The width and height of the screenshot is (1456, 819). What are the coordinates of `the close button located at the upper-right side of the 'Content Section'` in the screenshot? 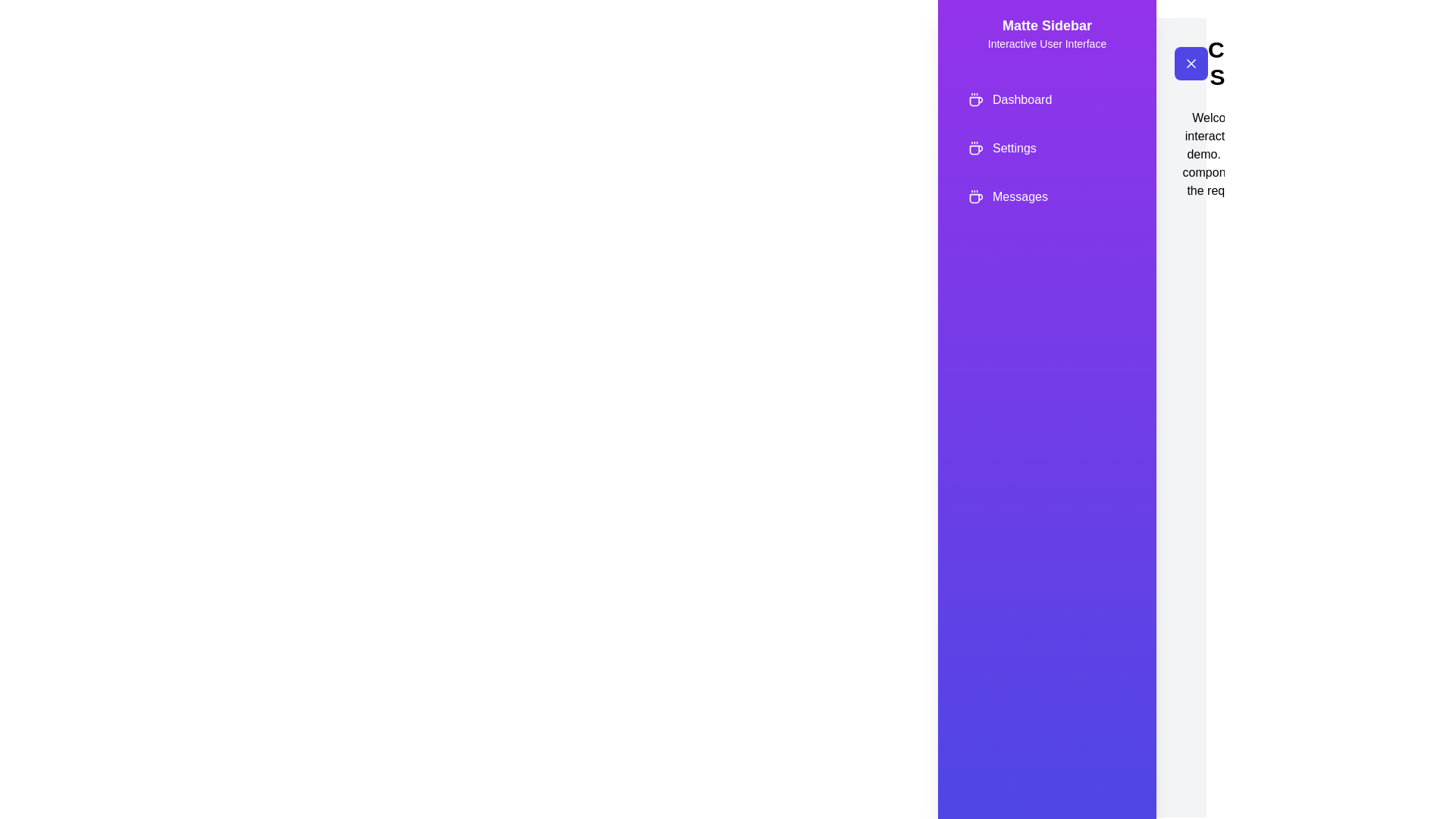 It's located at (1190, 63).